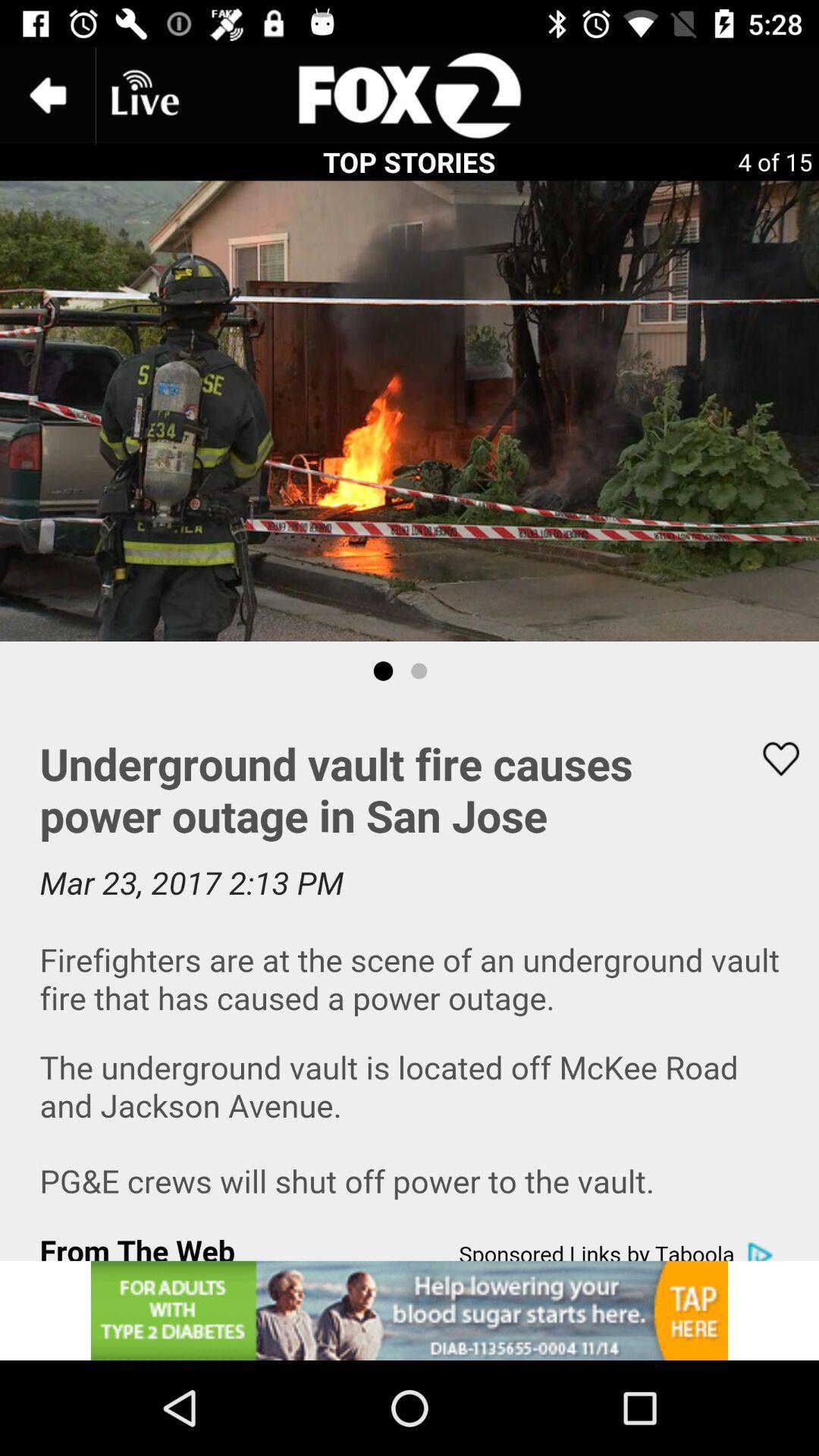 This screenshot has height=1456, width=819. Describe the element at coordinates (771, 758) in the screenshot. I see `the favorite icon` at that location.